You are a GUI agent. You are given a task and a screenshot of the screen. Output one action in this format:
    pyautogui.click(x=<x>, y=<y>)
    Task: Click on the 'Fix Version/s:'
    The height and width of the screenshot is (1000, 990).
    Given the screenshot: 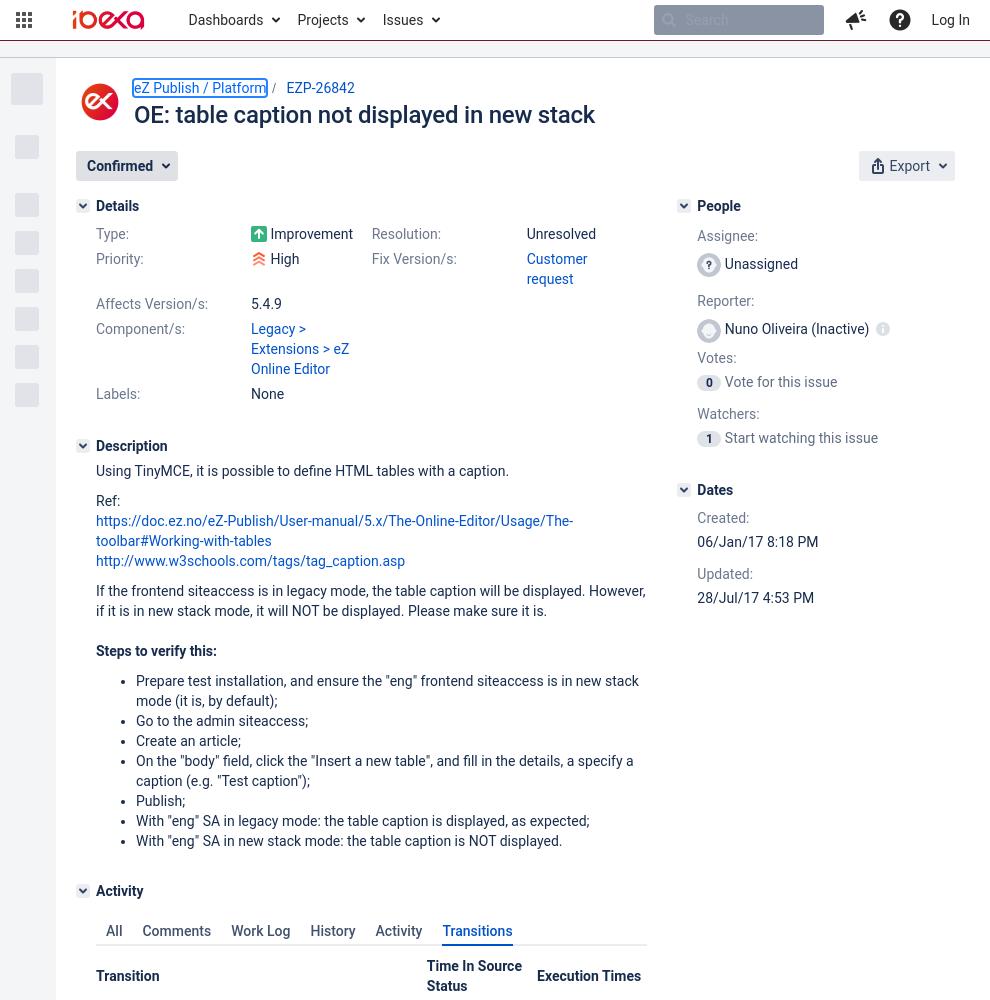 What is the action you would take?
    pyautogui.click(x=412, y=259)
    